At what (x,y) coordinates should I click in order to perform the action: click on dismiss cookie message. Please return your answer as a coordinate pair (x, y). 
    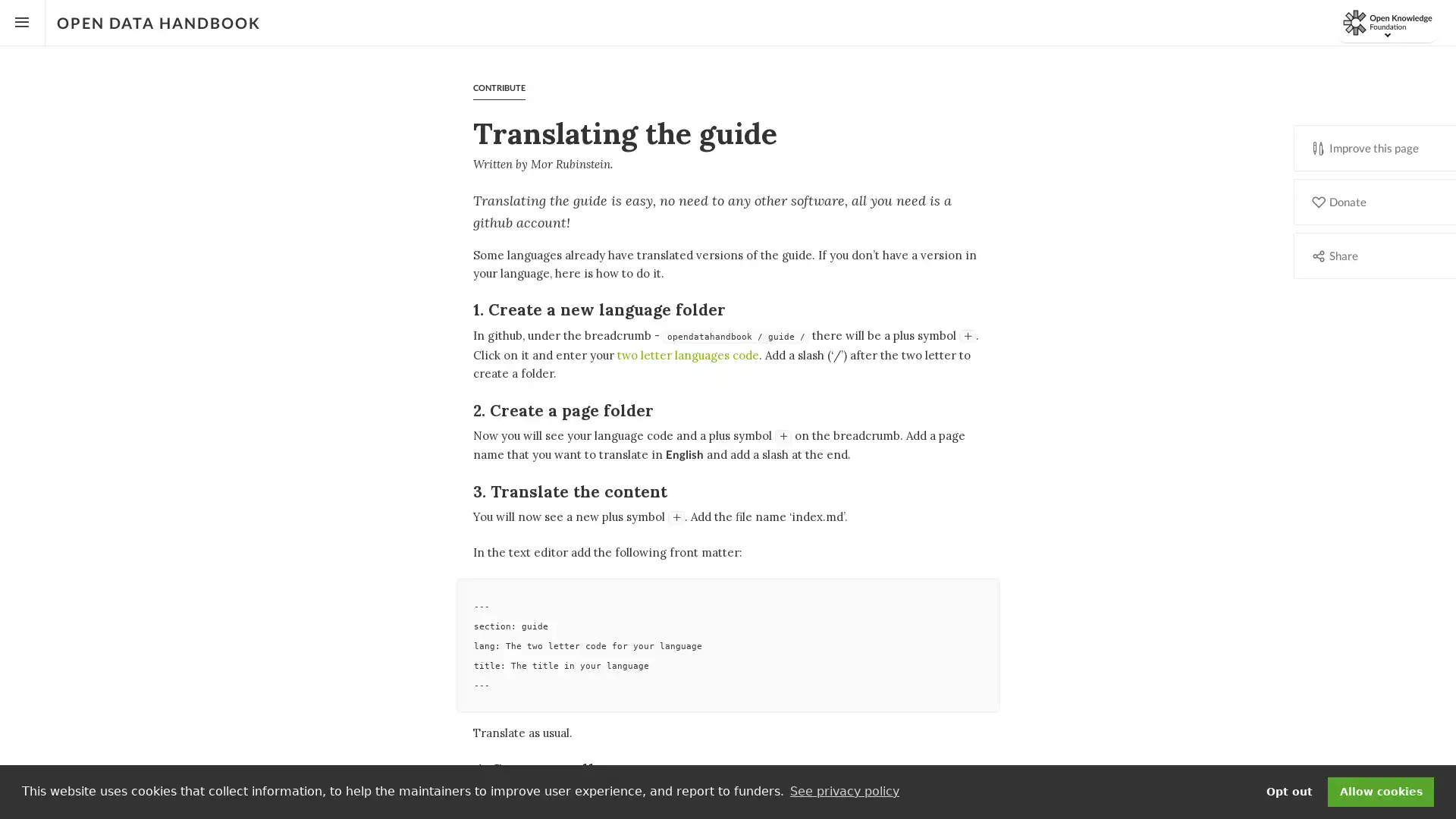
    Looking at the image, I should click on (1380, 791).